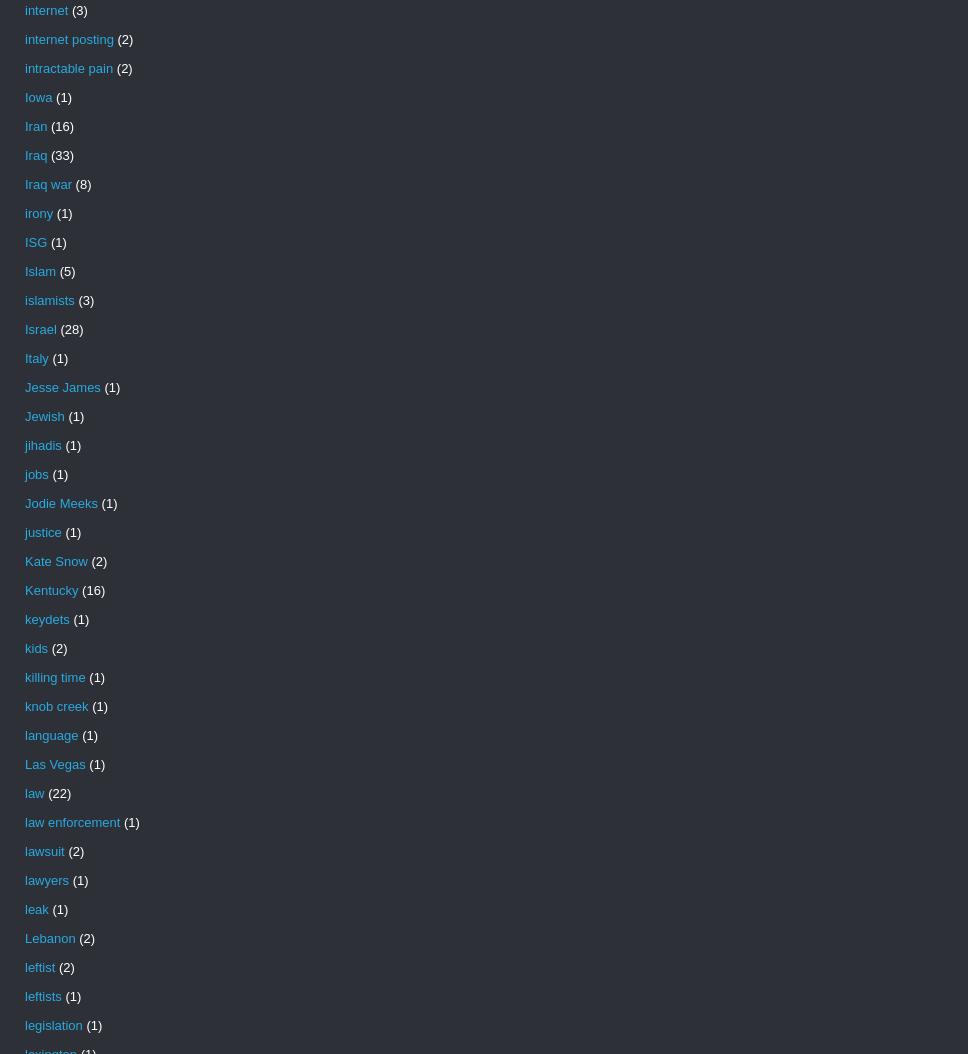 This screenshot has width=968, height=1054. I want to click on 'intractable pain', so click(68, 67).